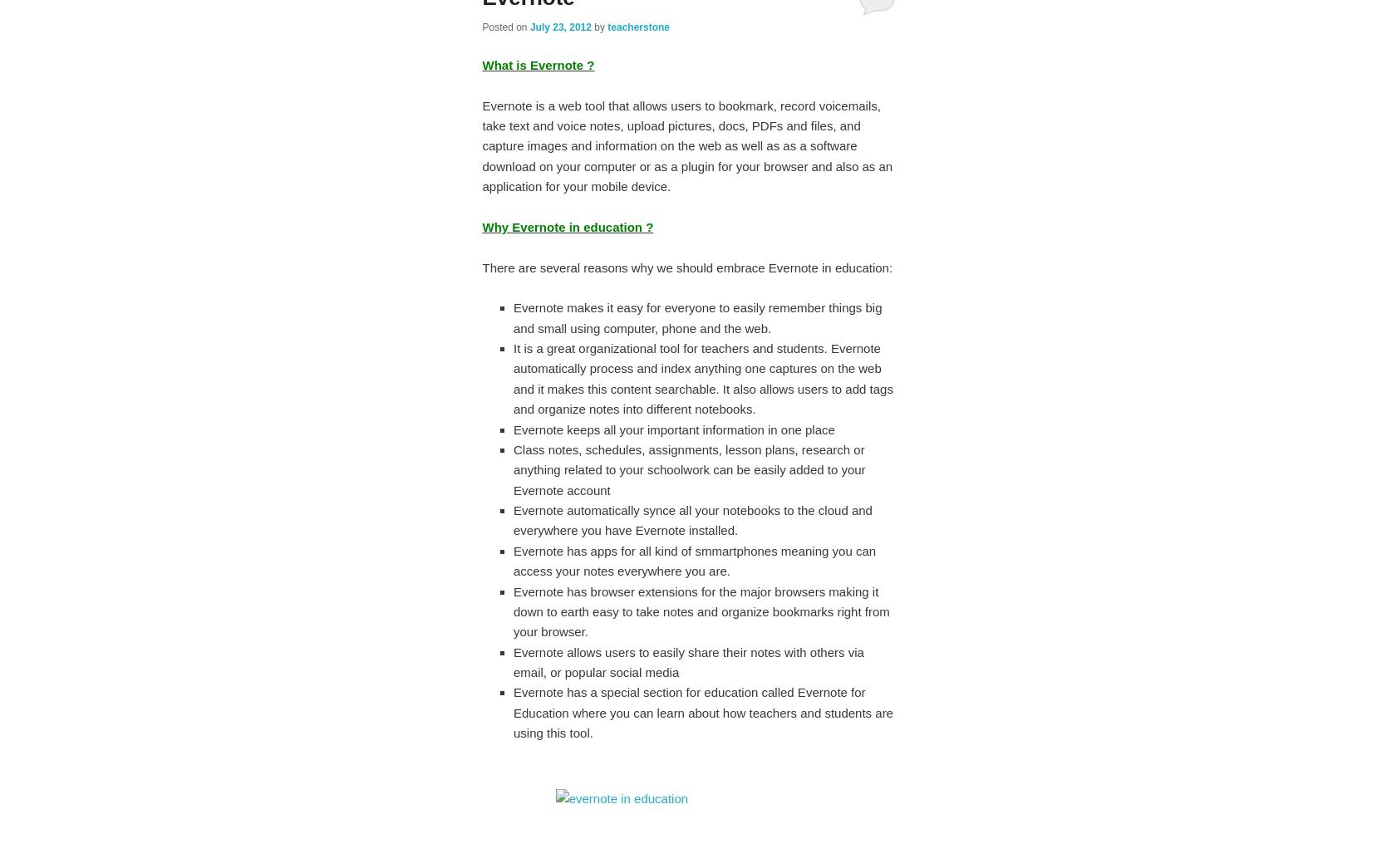  What do you see at coordinates (505, 27) in the screenshot?
I see `'Posted on'` at bounding box center [505, 27].